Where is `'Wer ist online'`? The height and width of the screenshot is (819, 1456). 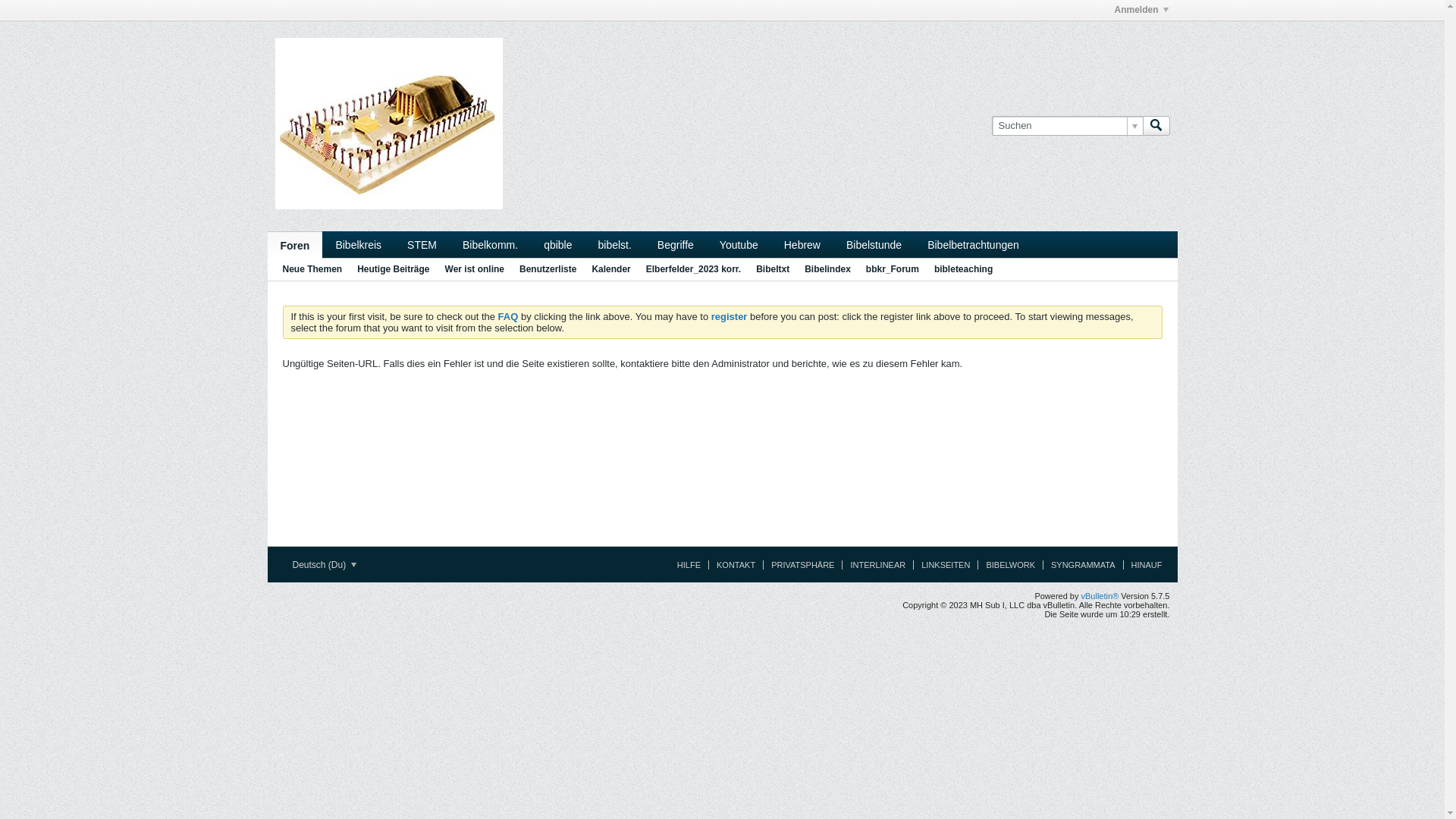
'Wer ist online' is located at coordinates (473, 268).